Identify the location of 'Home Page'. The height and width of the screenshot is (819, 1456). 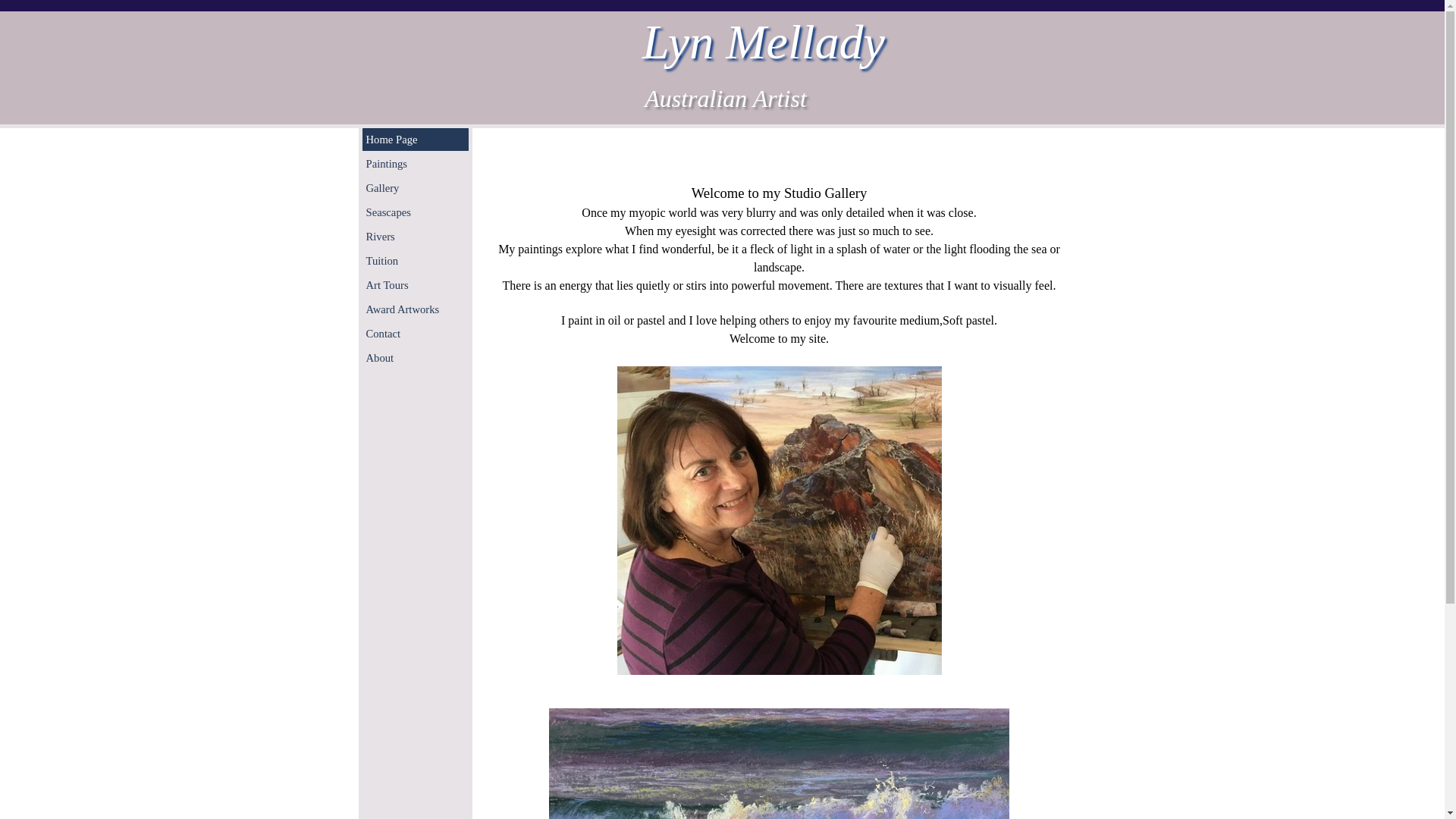
(365, 140).